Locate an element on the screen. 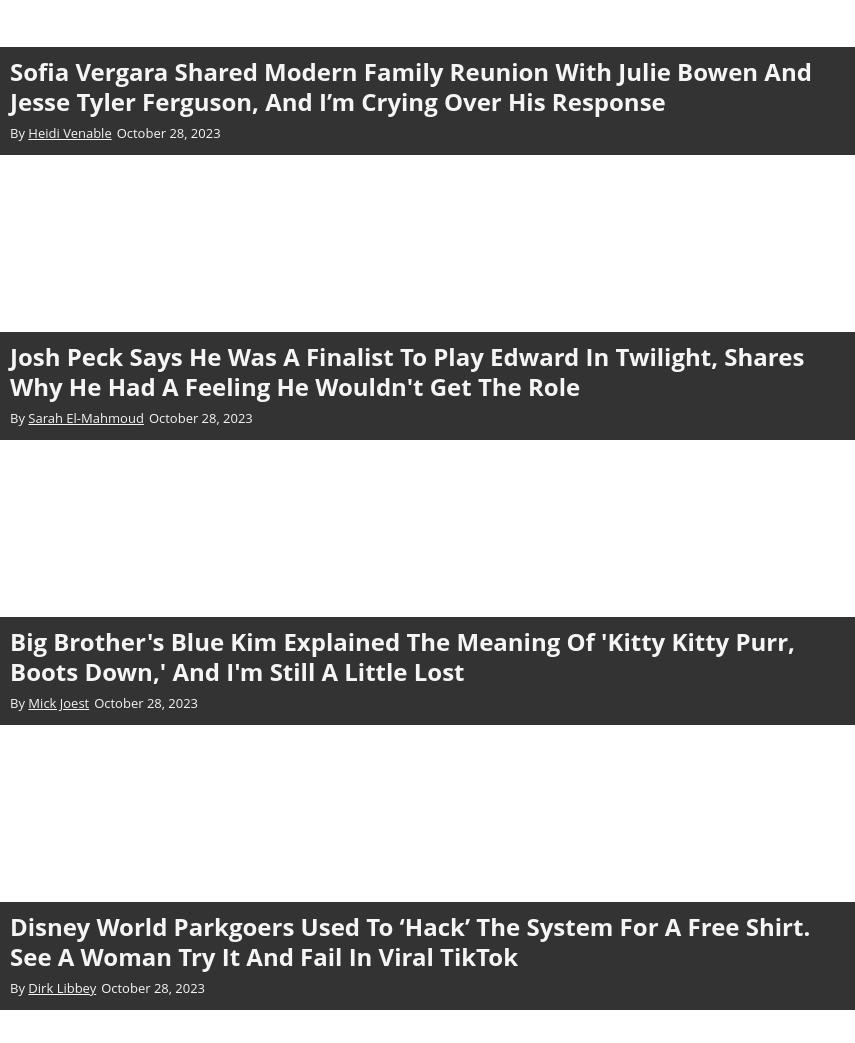  'Mick Joest' is located at coordinates (57, 702).